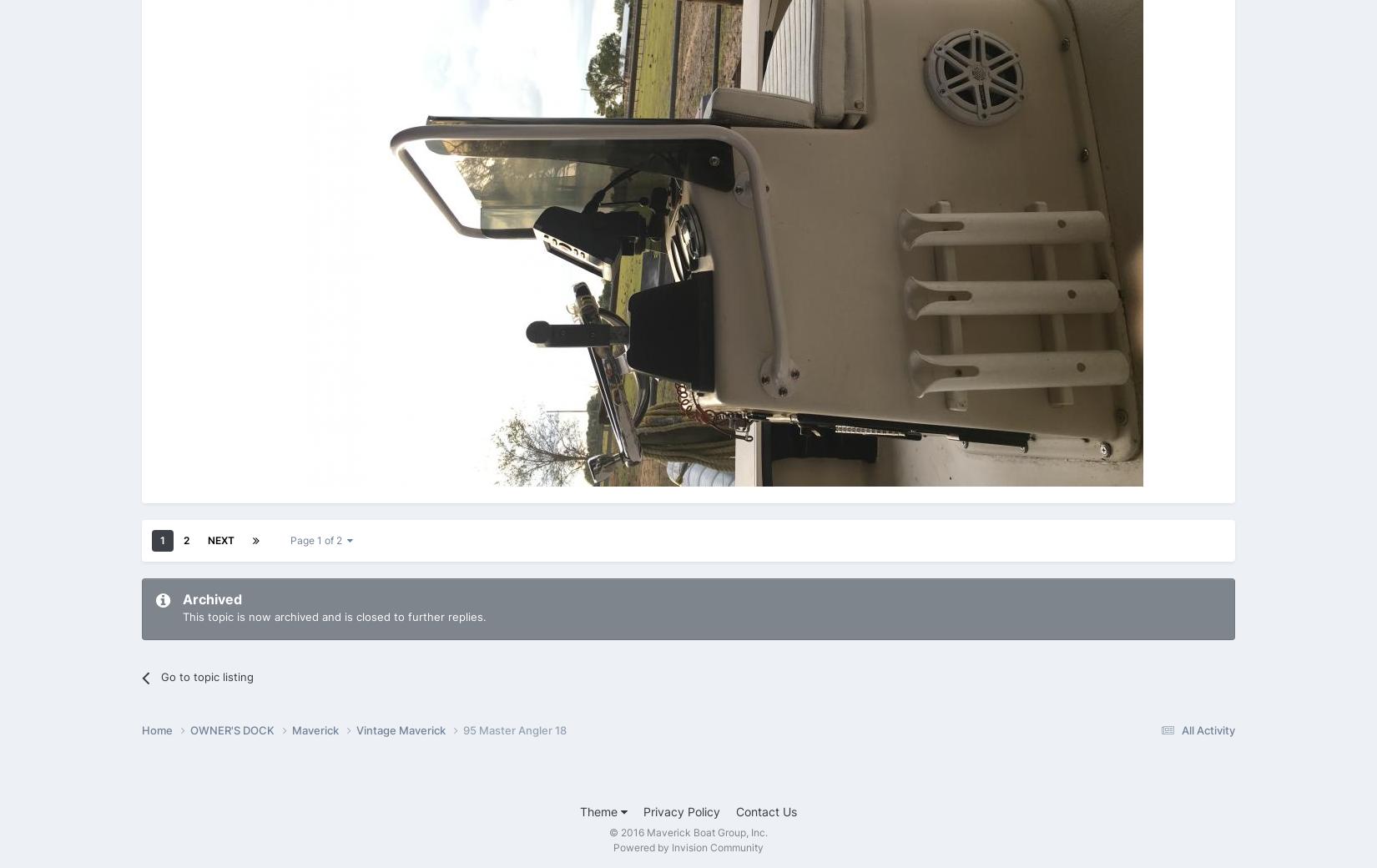 This screenshot has width=1377, height=868. What do you see at coordinates (766, 811) in the screenshot?
I see `'Contact Us'` at bounding box center [766, 811].